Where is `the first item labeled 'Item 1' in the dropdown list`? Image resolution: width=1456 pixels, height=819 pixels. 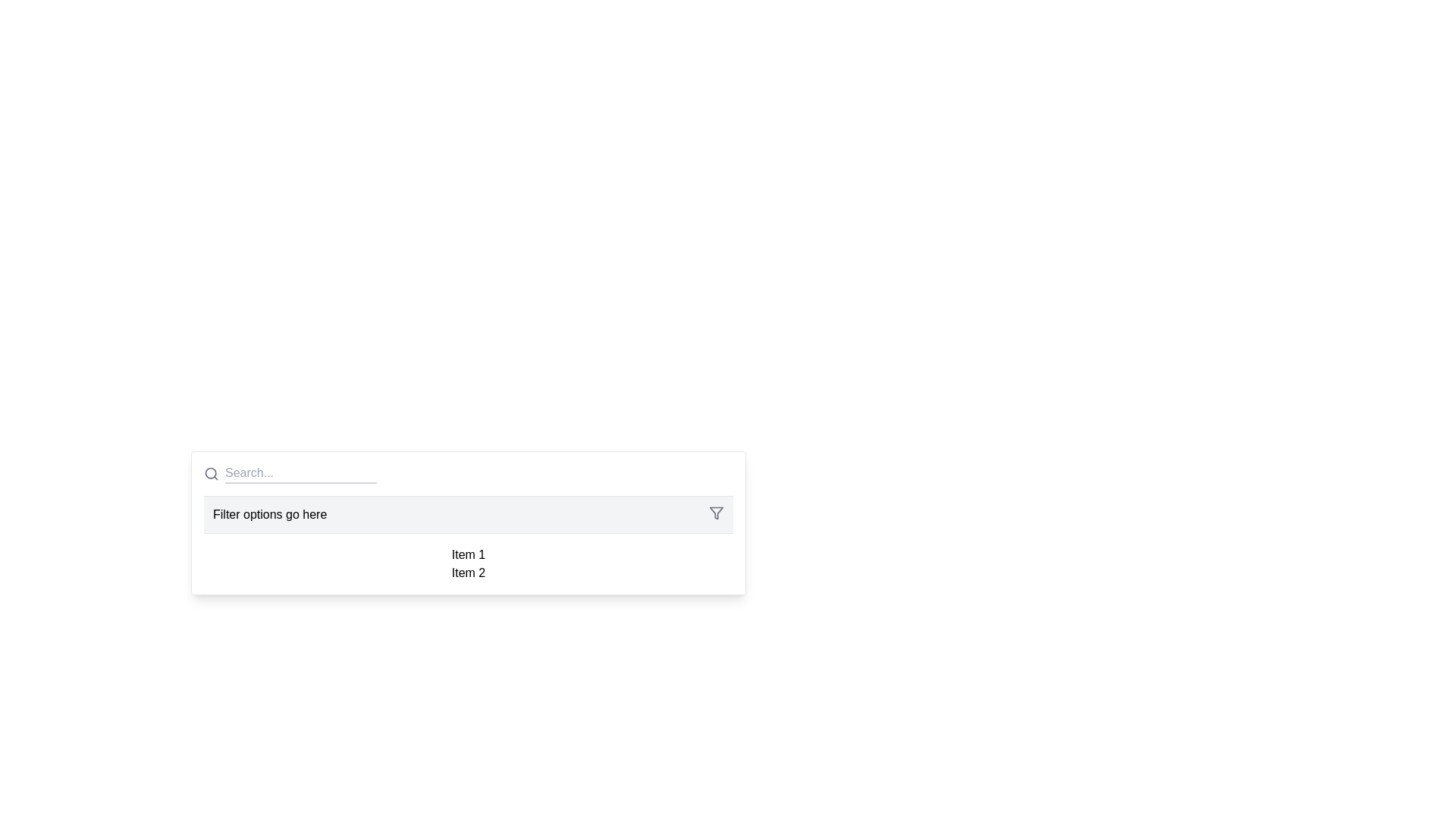
the first item labeled 'Item 1' in the dropdown list is located at coordinates (468, 555).